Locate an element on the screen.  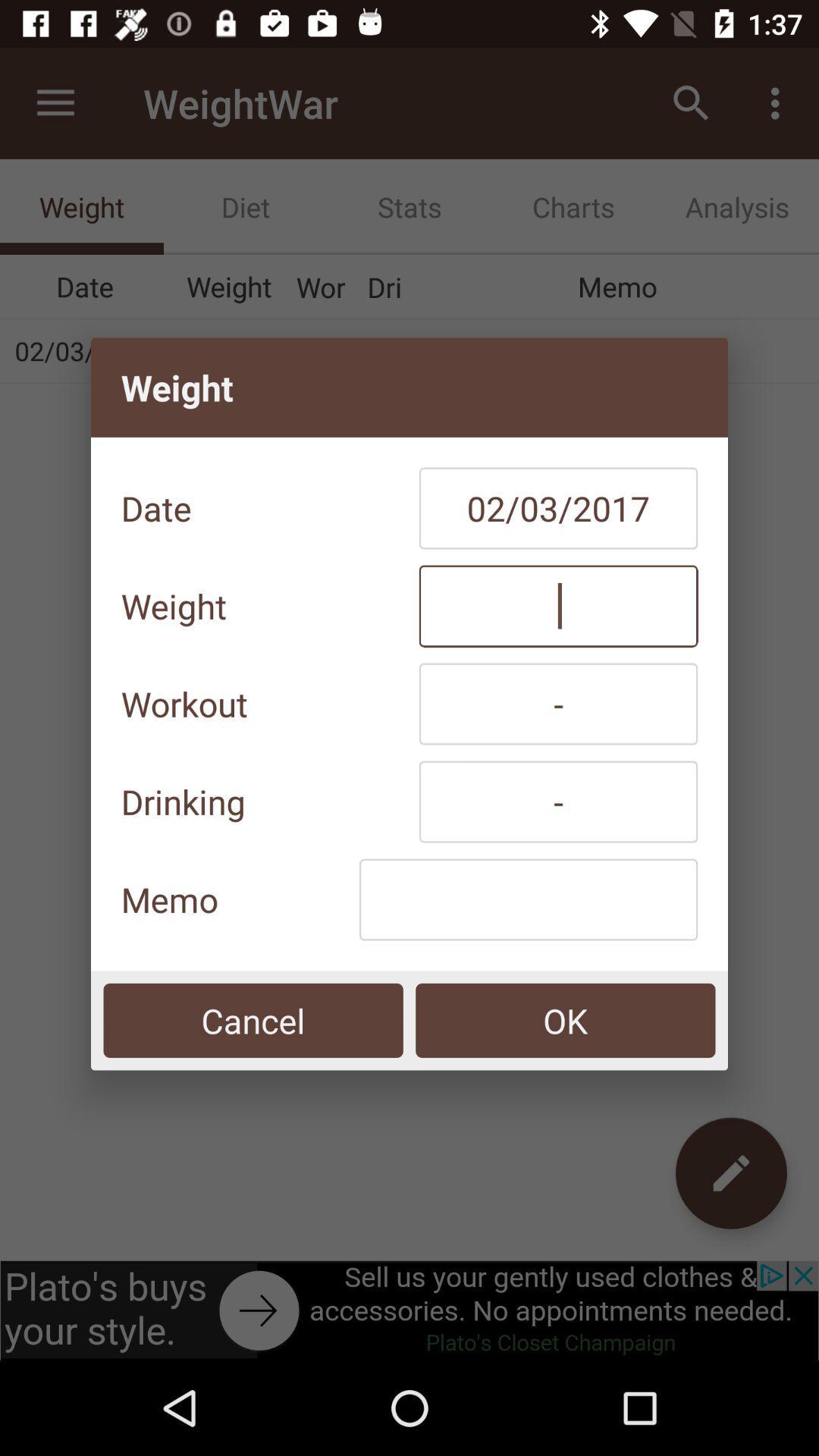
ok is located at coordinates (565, 1020).